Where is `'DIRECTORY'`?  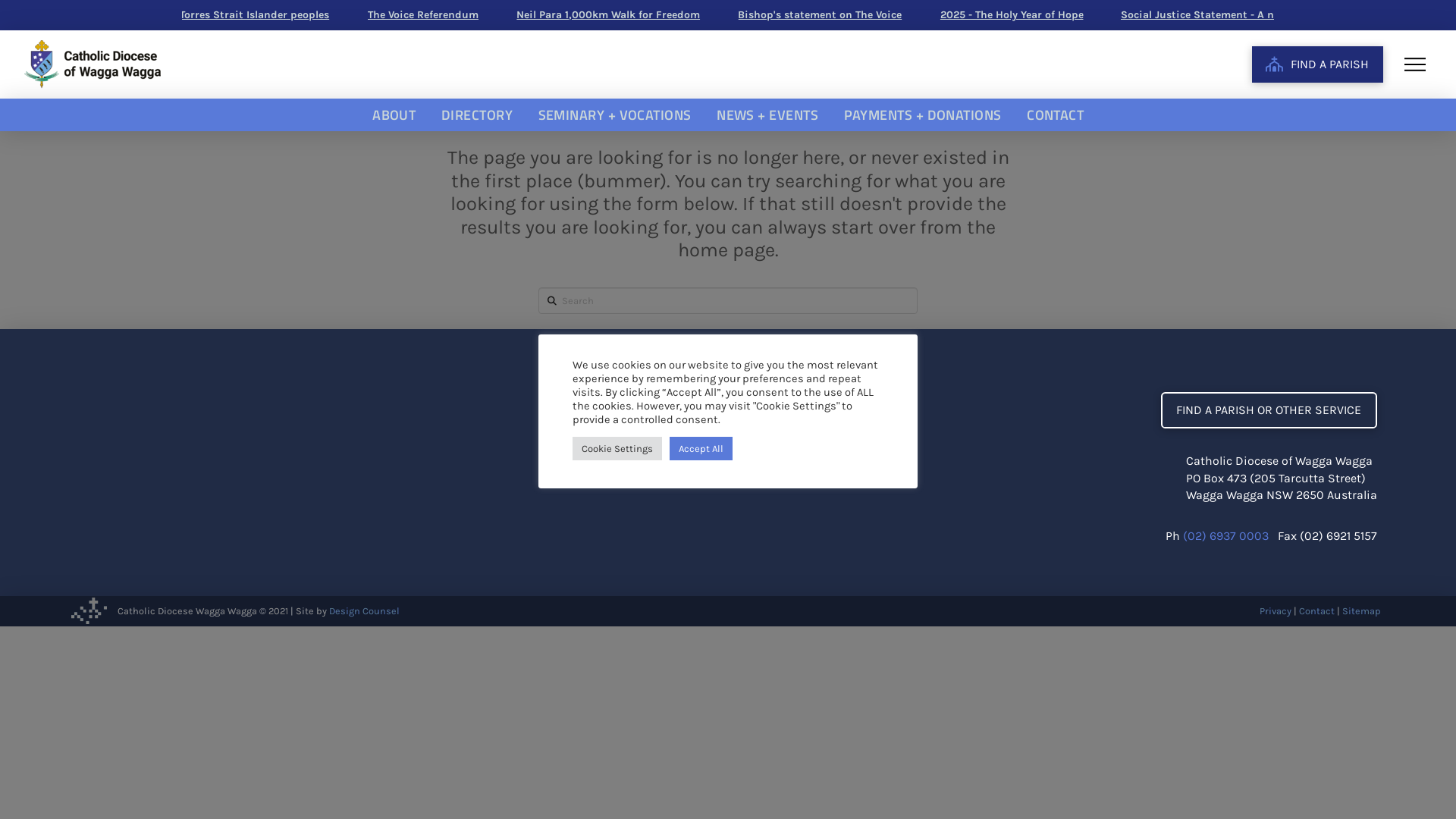
'DIRECTORY' is located at coordinates (475, 114).